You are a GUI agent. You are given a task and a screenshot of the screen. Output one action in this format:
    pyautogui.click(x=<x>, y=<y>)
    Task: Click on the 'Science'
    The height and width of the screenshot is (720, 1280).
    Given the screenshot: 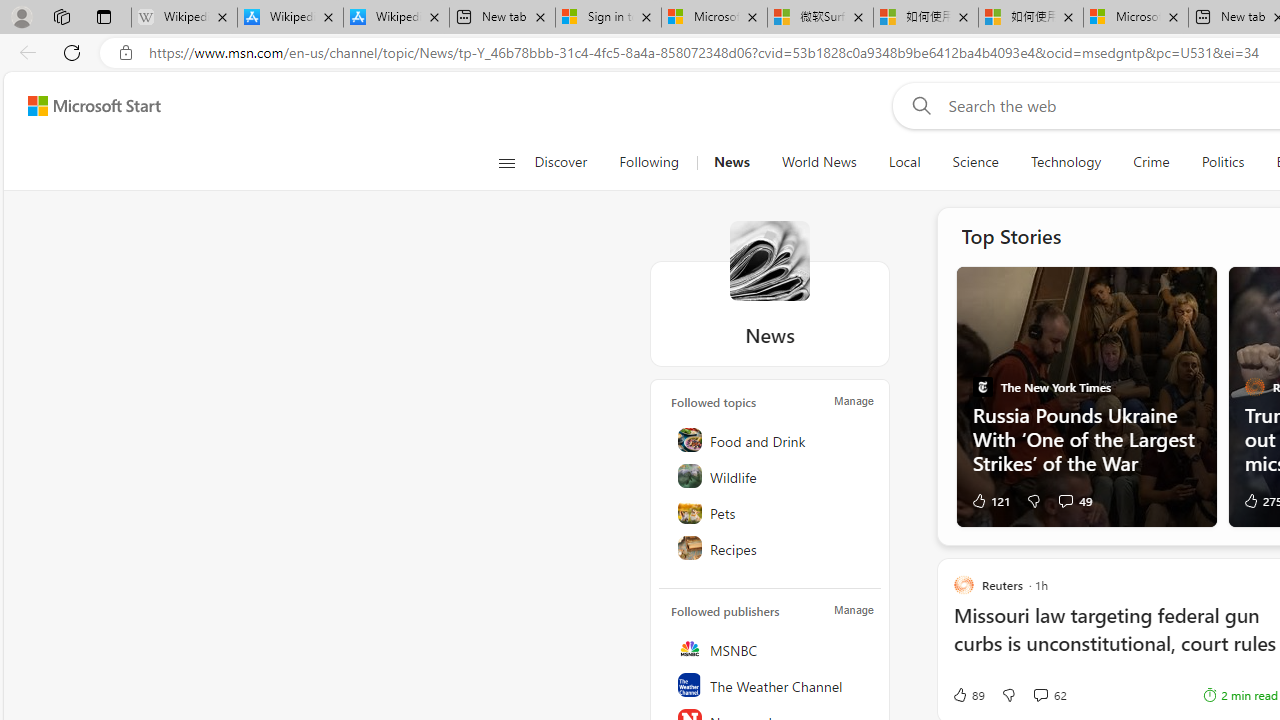 What is the action you would take?
    pyautogui.click(x=975, y=162)
    